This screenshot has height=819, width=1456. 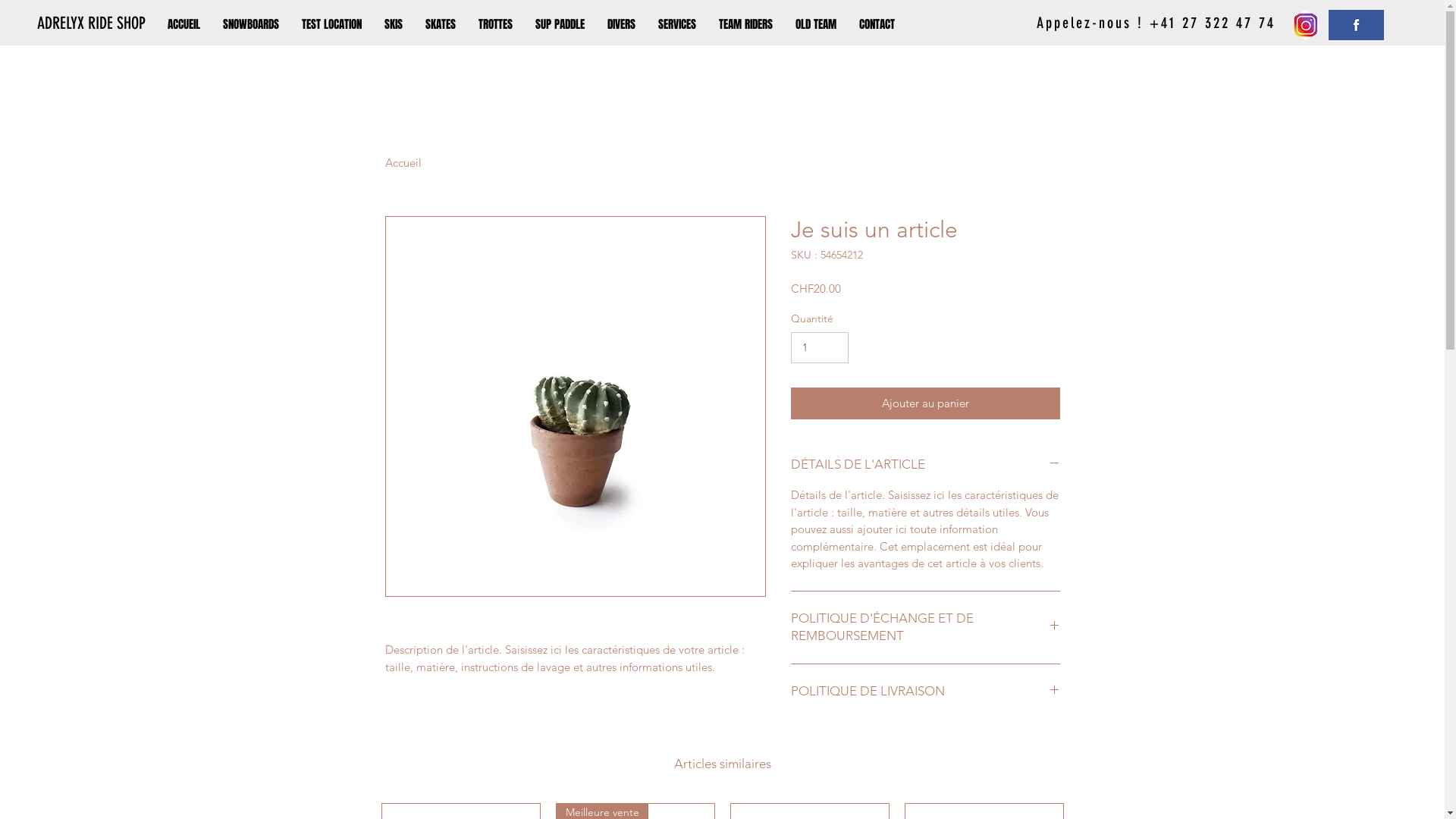 I want to click on 'OLD TEAM', so click(x=814, y=24).